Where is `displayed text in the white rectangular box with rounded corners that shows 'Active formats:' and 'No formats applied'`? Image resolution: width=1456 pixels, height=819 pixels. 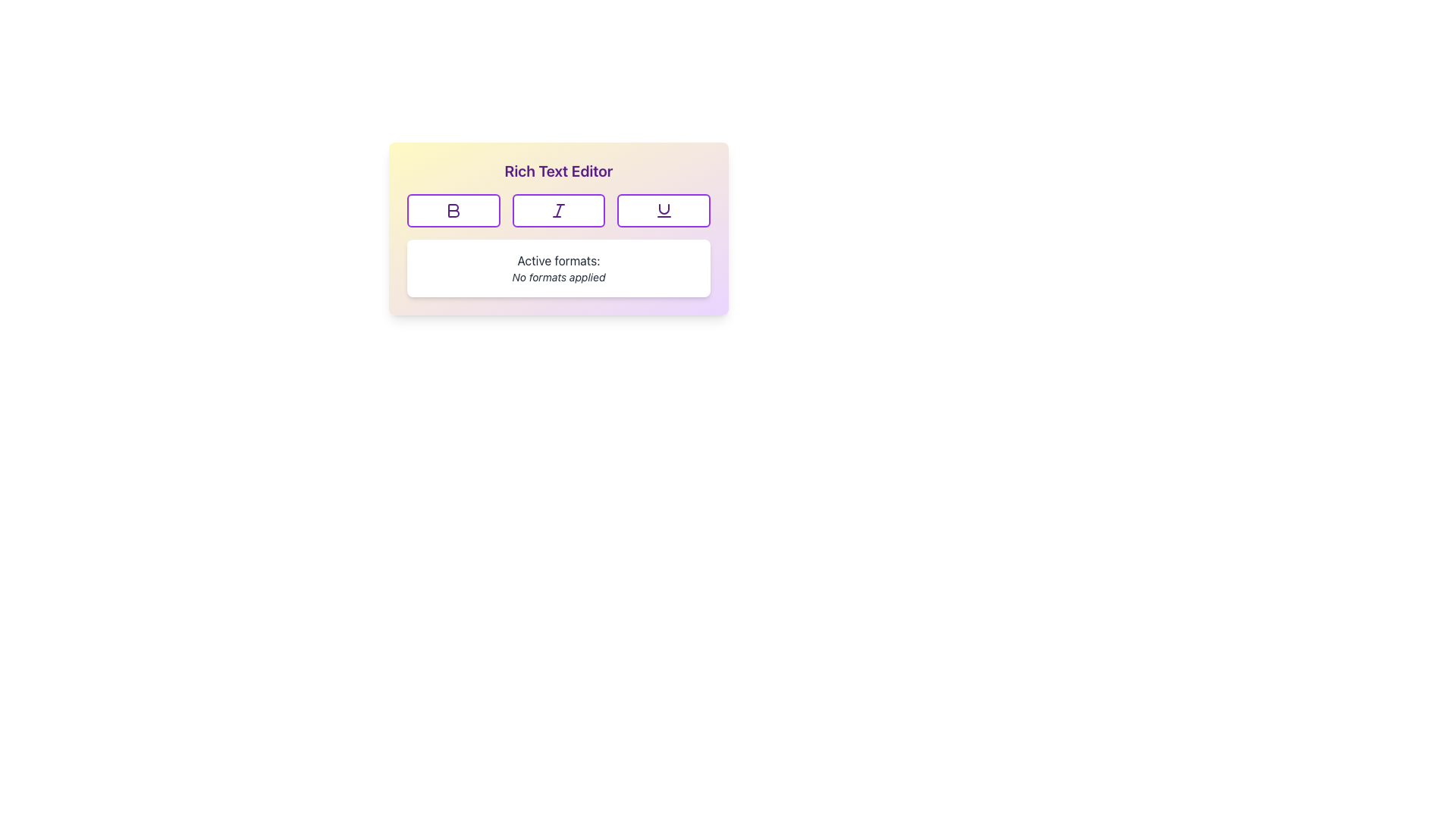 displayed text in the white rectangular box with rounded corners that shows 'Active formats:' and 'No formats applied' is located at coordinates (558, 268).